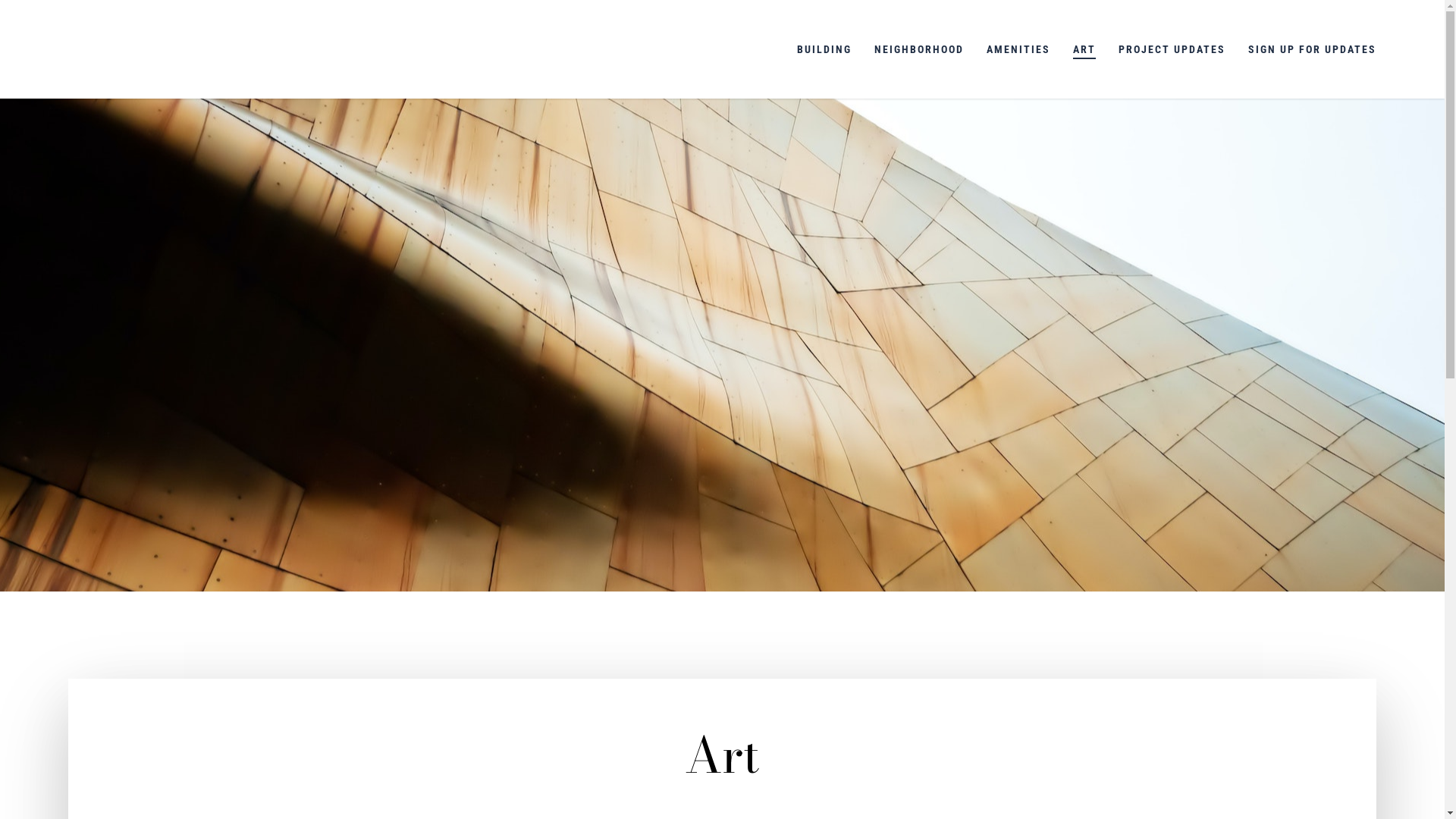  What do you see at coordinates (1084, 49) in the screenshot?
I see `'ART'` at bounding box center [1084, 49].